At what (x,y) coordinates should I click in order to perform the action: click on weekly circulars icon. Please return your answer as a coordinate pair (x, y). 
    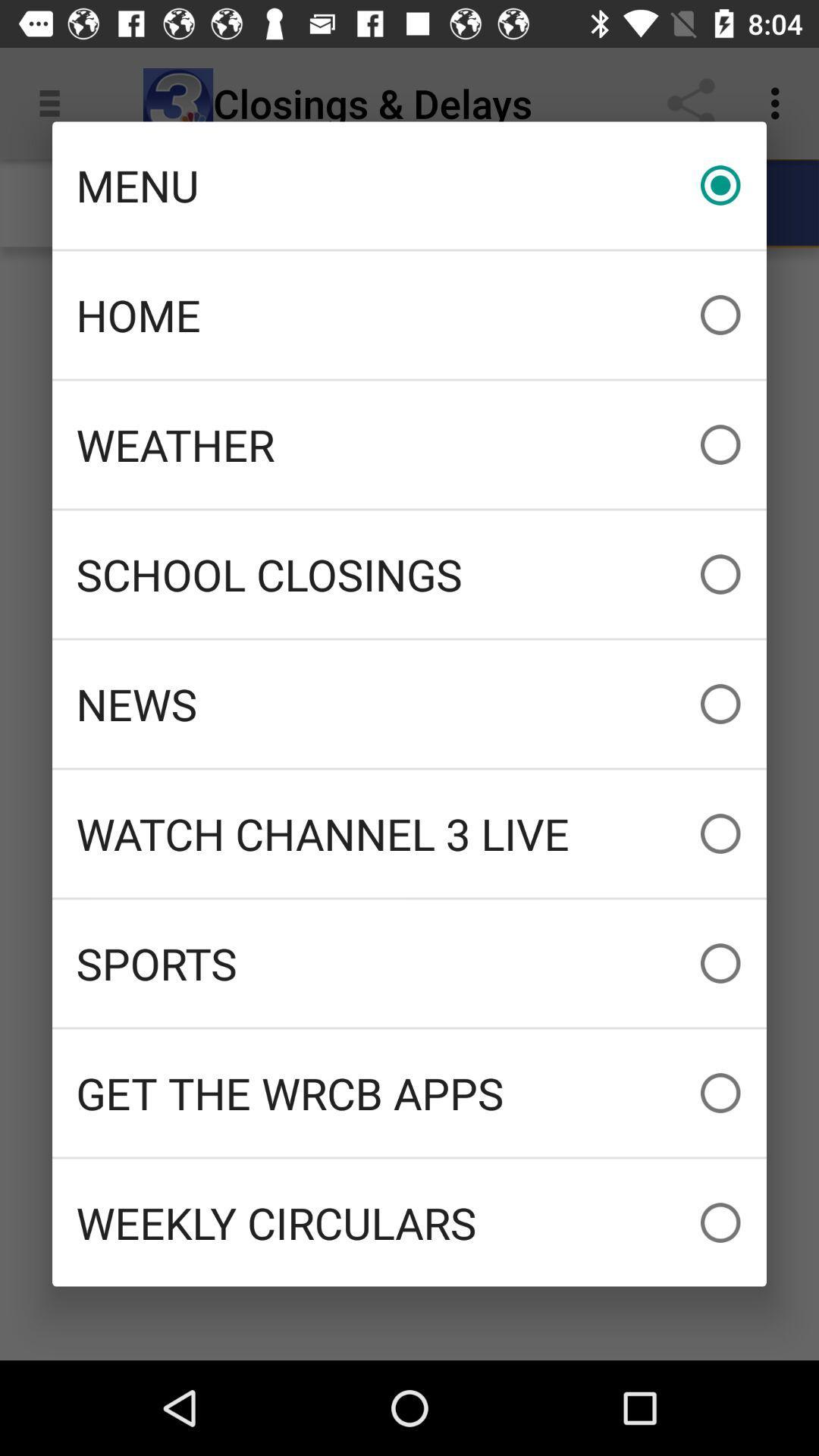
    Looking at the image, I should click on (409, 1222).